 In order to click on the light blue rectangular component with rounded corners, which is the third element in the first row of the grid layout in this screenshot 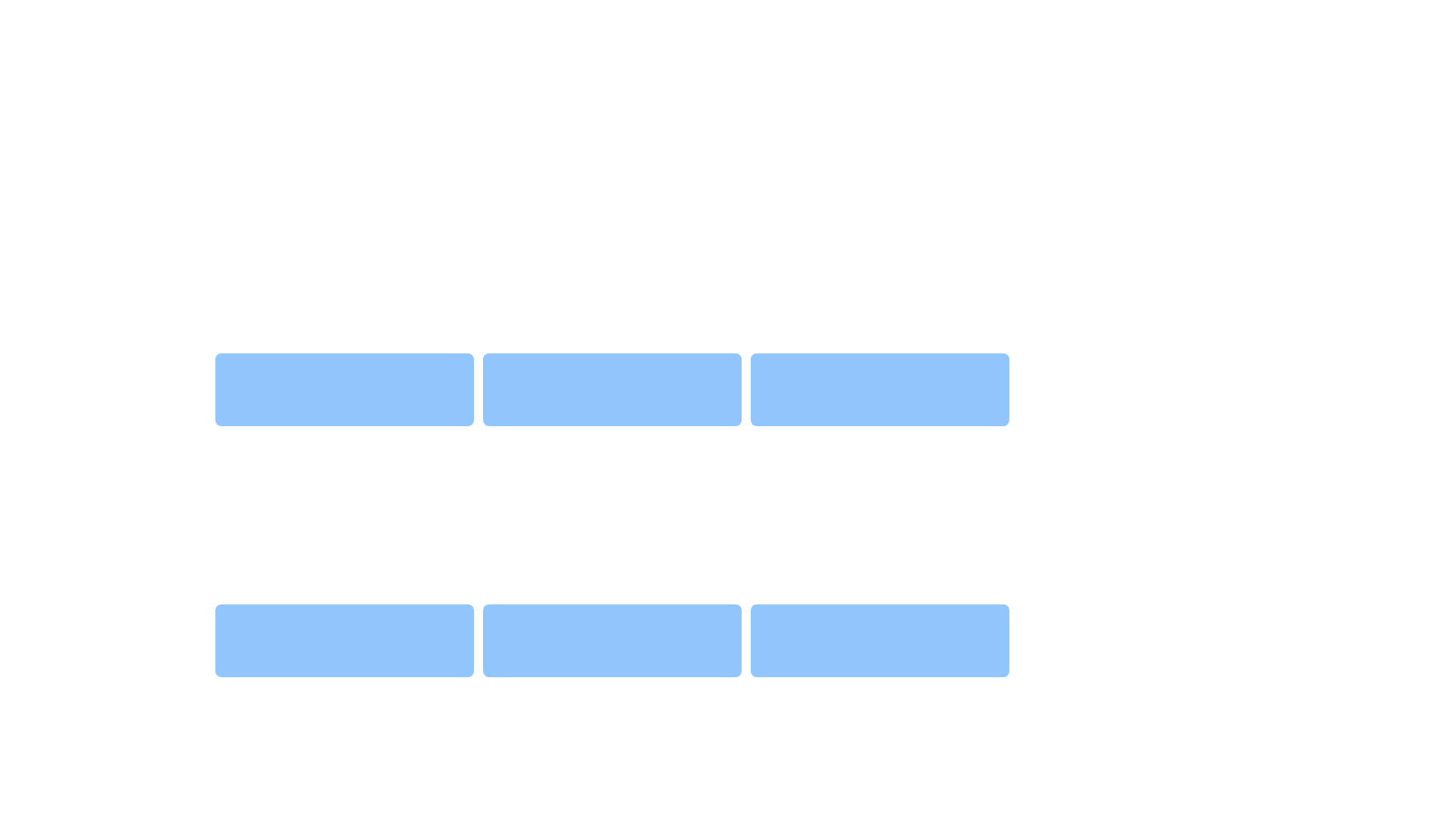, I will do `click(880, 388)`.